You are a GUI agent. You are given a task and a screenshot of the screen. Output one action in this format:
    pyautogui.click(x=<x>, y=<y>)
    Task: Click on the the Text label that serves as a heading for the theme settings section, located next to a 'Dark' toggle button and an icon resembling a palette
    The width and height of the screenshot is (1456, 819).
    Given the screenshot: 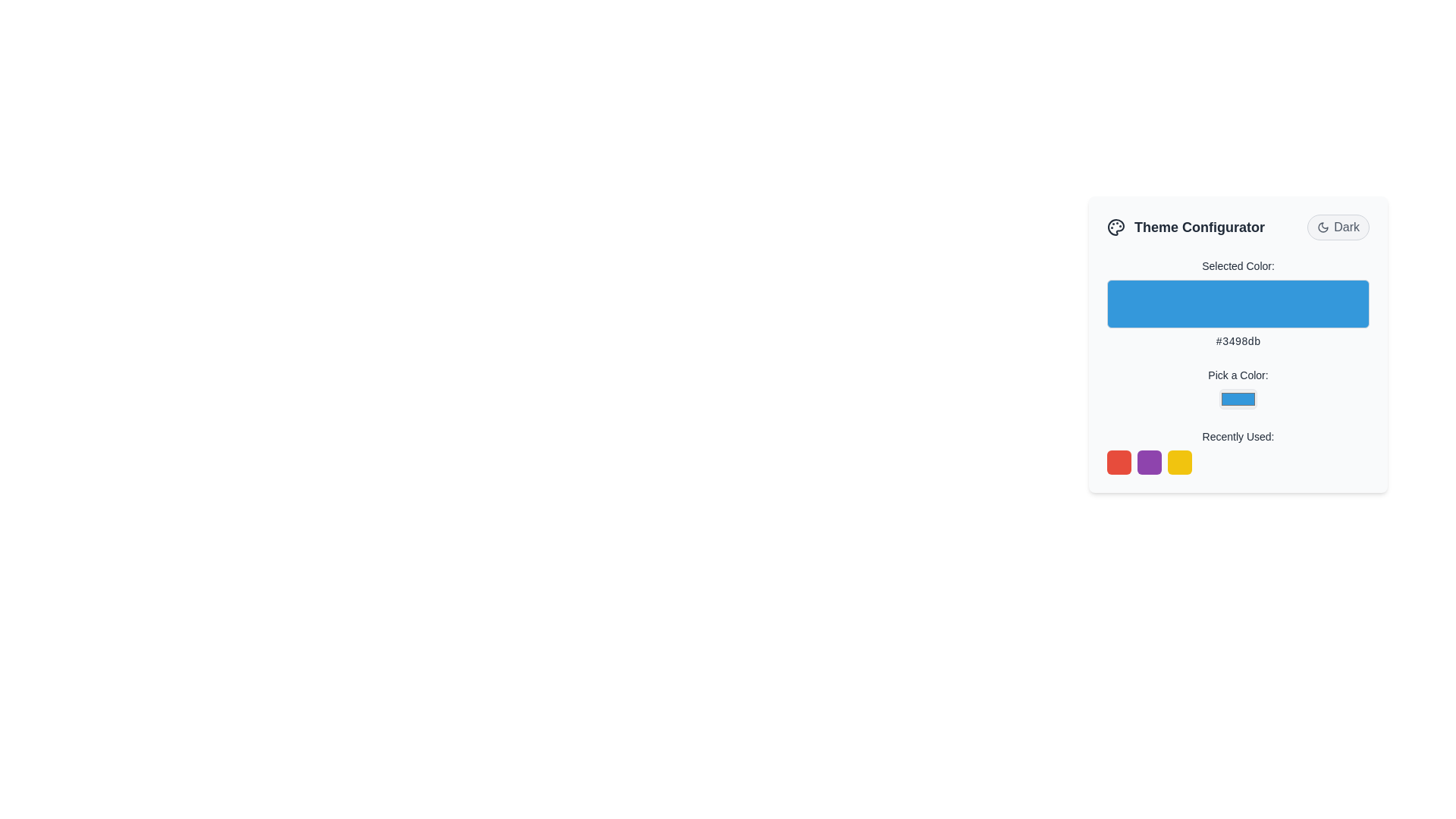 What is the action you would take?
    pyautogui.click(x=1199, y=227)
    